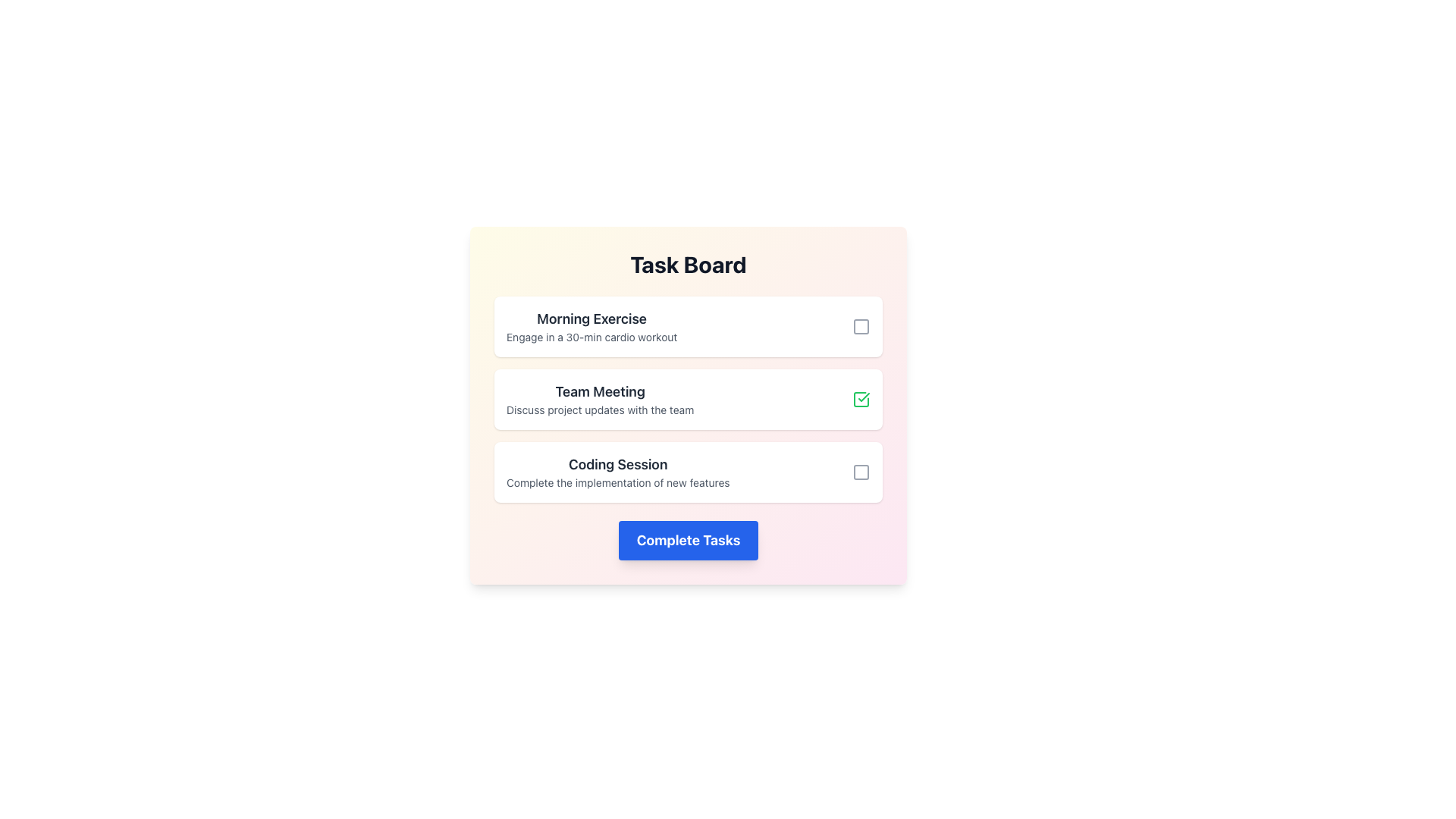 This screenshot has height=819, width=1456. I want to click on the interactive checkbox for the 'Morning Exercise' task, so click(861, 326).